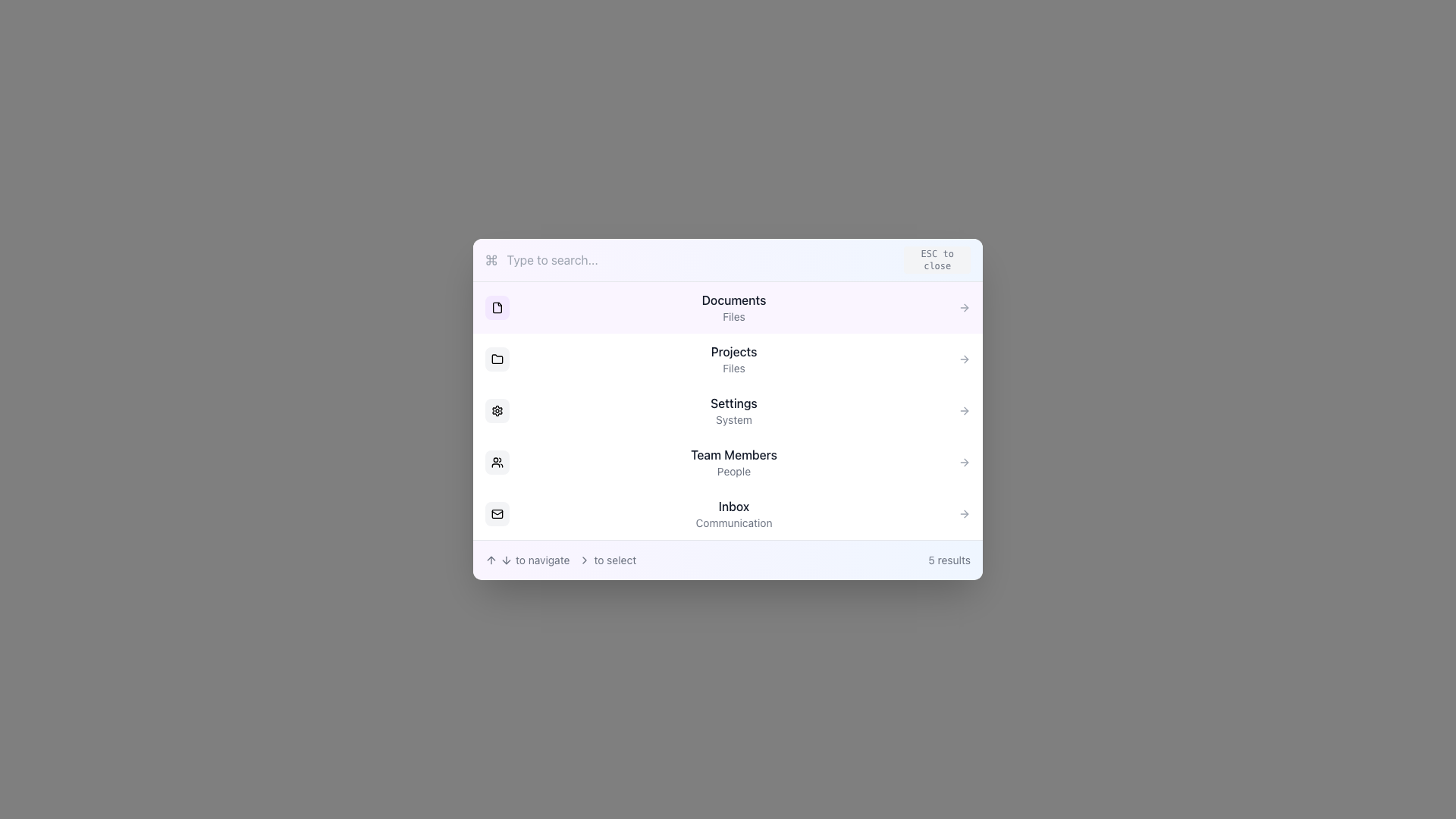 This screenshot has width=1456, height=819. I want to click on the 'Settings' menu item in the interactive list, so click(728, 411).